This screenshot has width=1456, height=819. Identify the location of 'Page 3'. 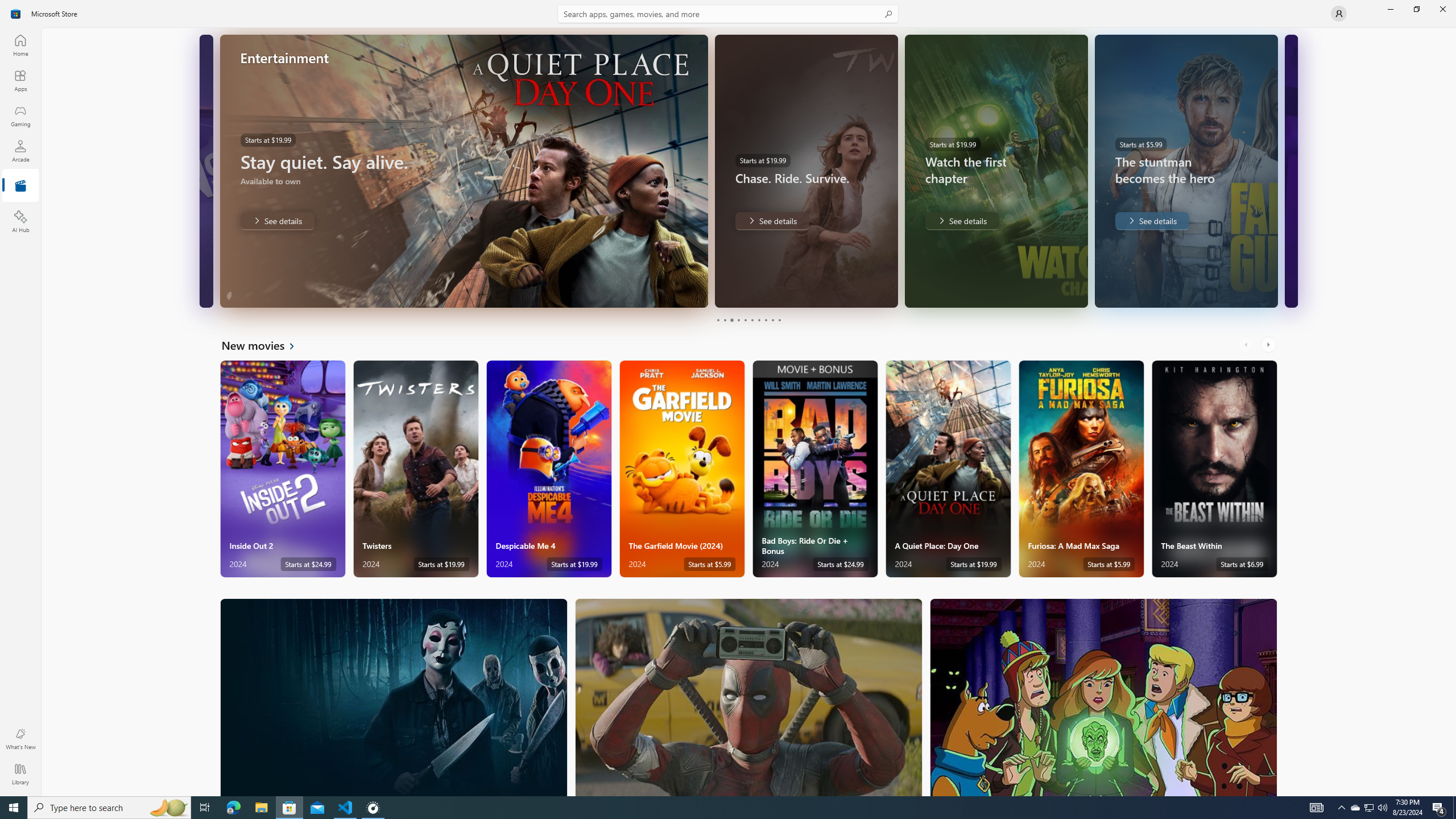
(731, 320).